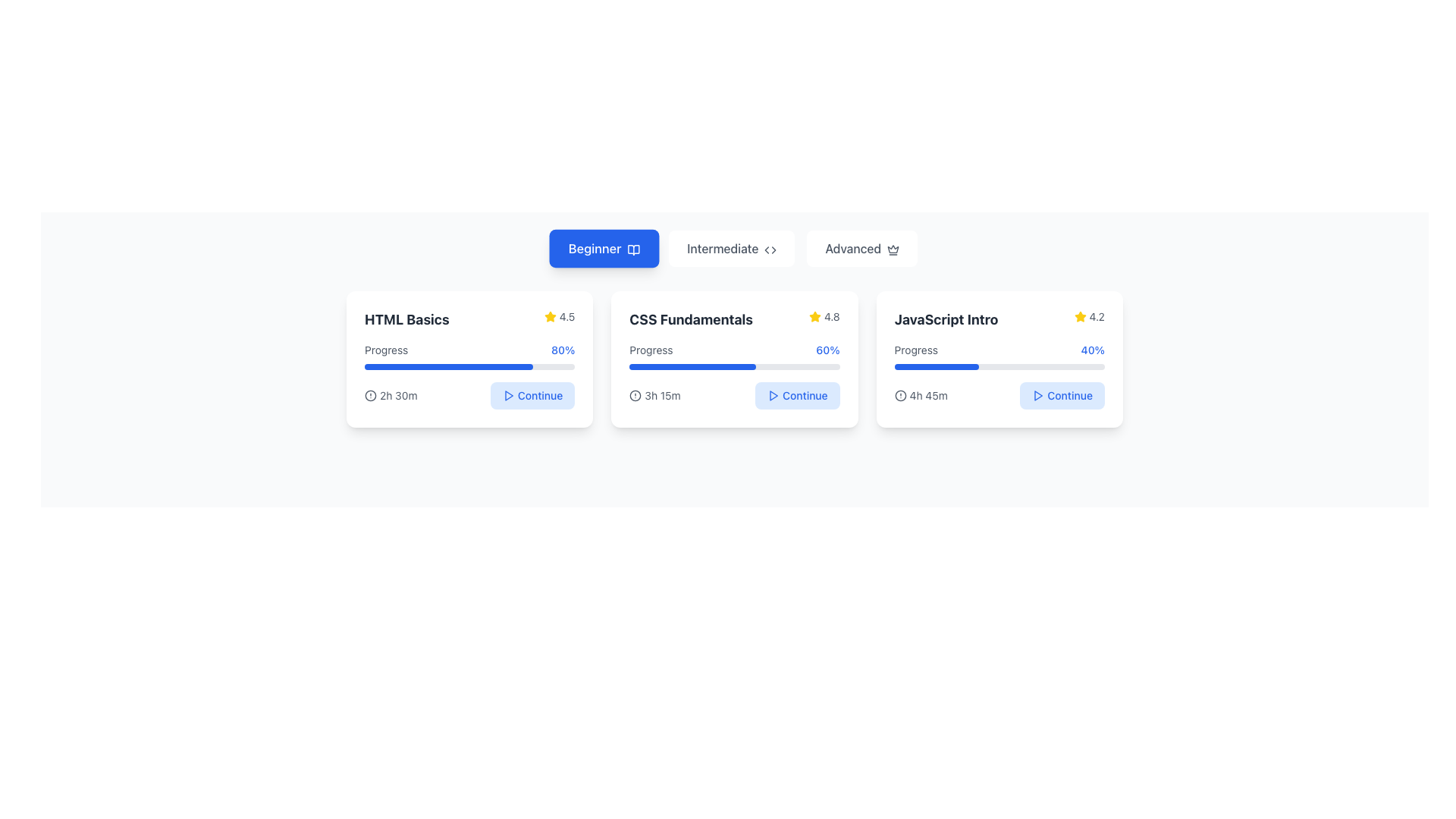  I want to click on the text label within the 'Continue' button located in the CSS Fundamentals card under the 'Beginner' tab, so click(804, 394).